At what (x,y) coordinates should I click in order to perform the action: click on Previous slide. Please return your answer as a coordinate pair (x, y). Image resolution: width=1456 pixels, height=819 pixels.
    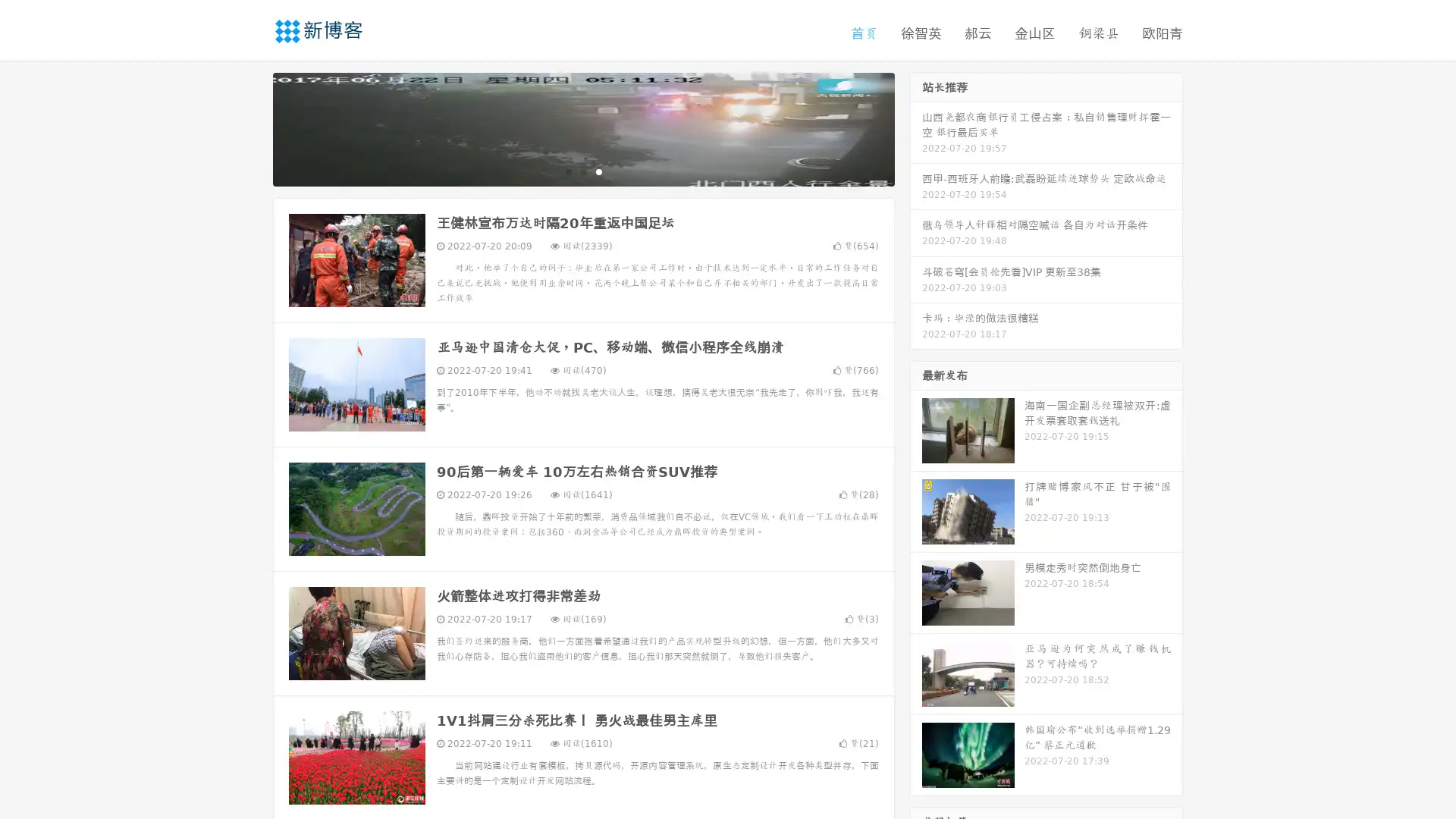
    Looking at the image, I should click on (250, 127).